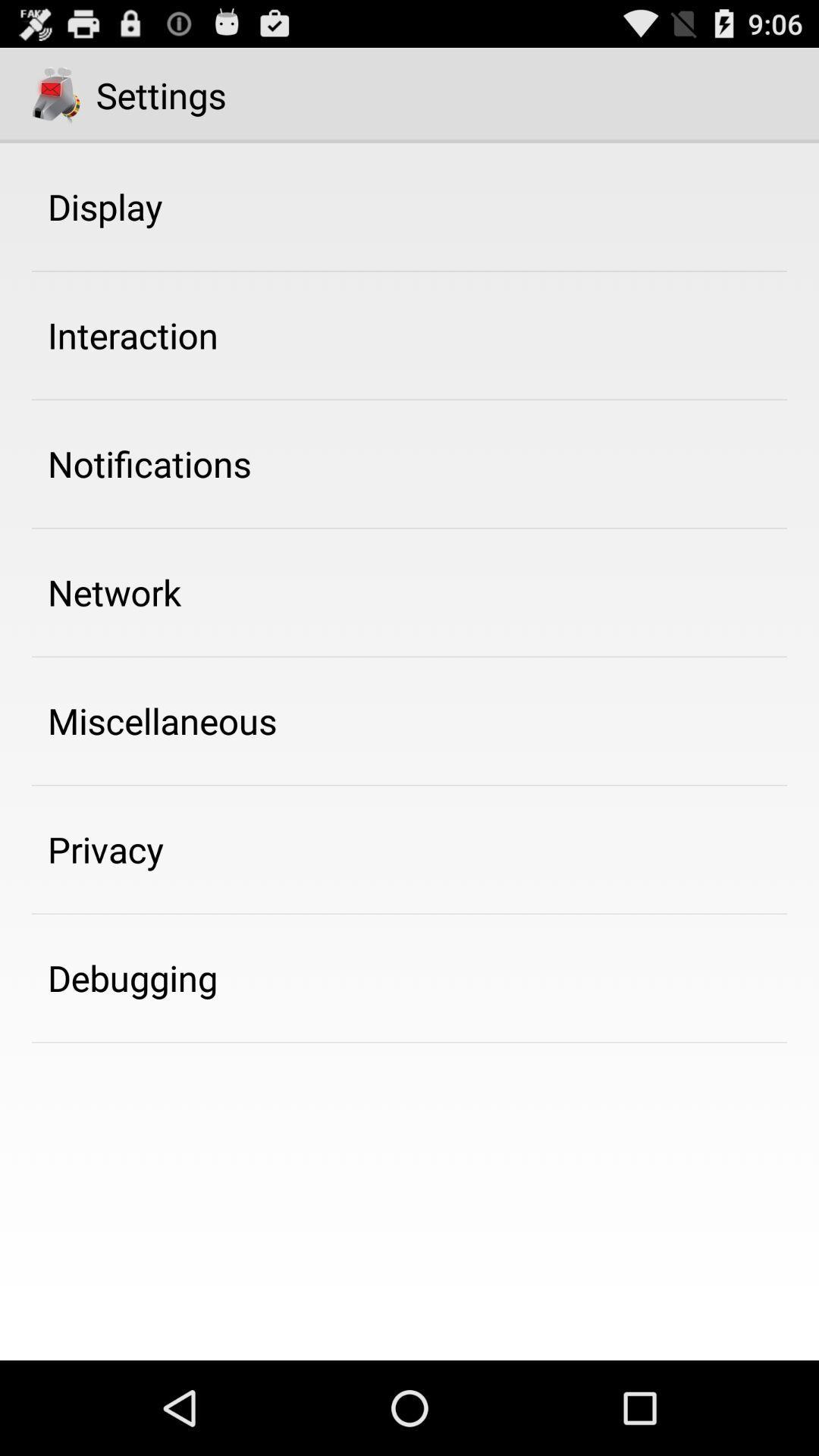 The image size is (819, 1456). Describe the element at coordinates (105, 849) in the screenshot. I see `privacy` at that location.